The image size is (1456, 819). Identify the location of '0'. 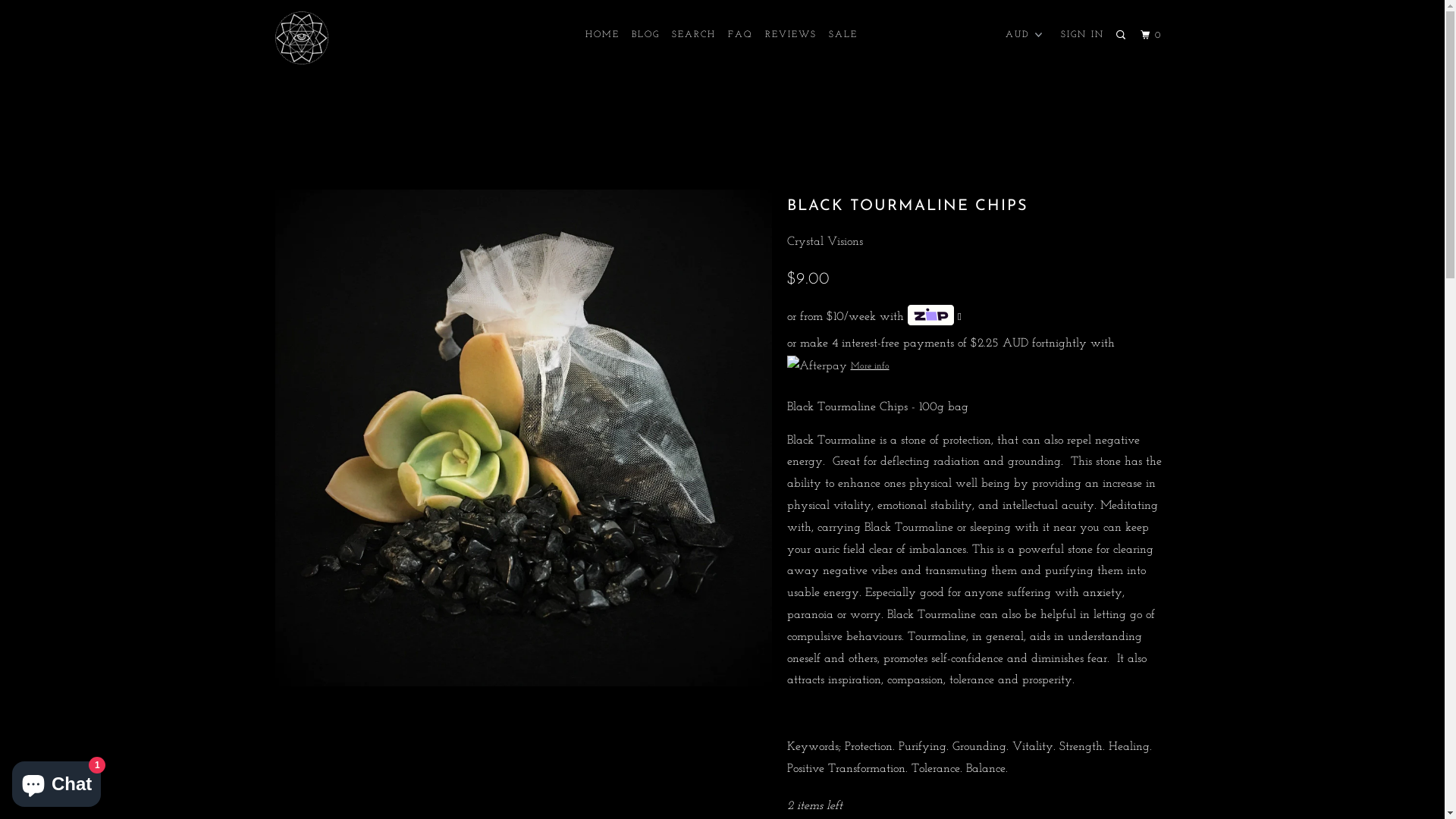
(1153, 34).